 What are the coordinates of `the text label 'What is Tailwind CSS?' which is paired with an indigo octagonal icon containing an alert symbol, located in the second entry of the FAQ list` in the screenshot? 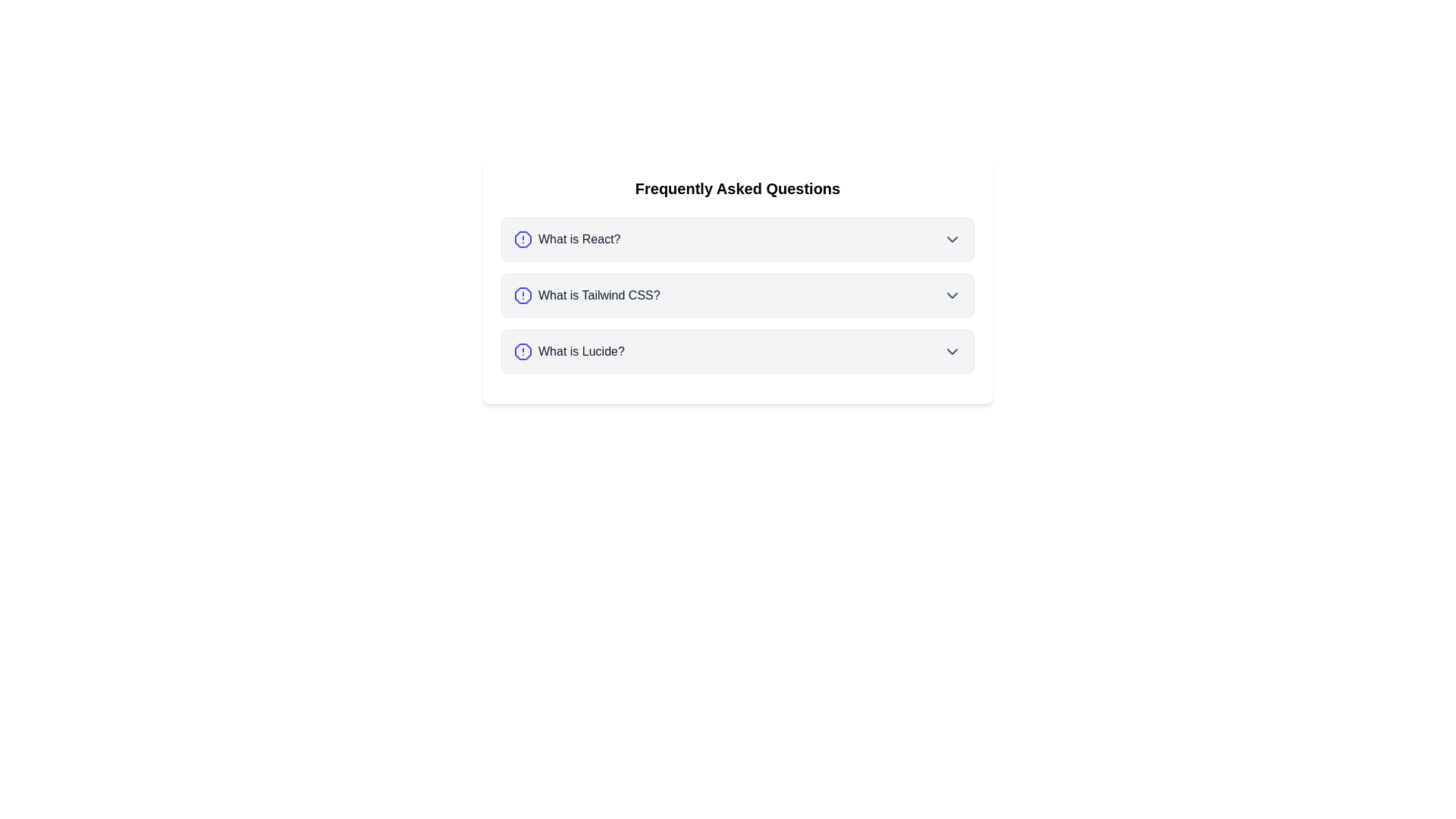 It's located at (586, 295).